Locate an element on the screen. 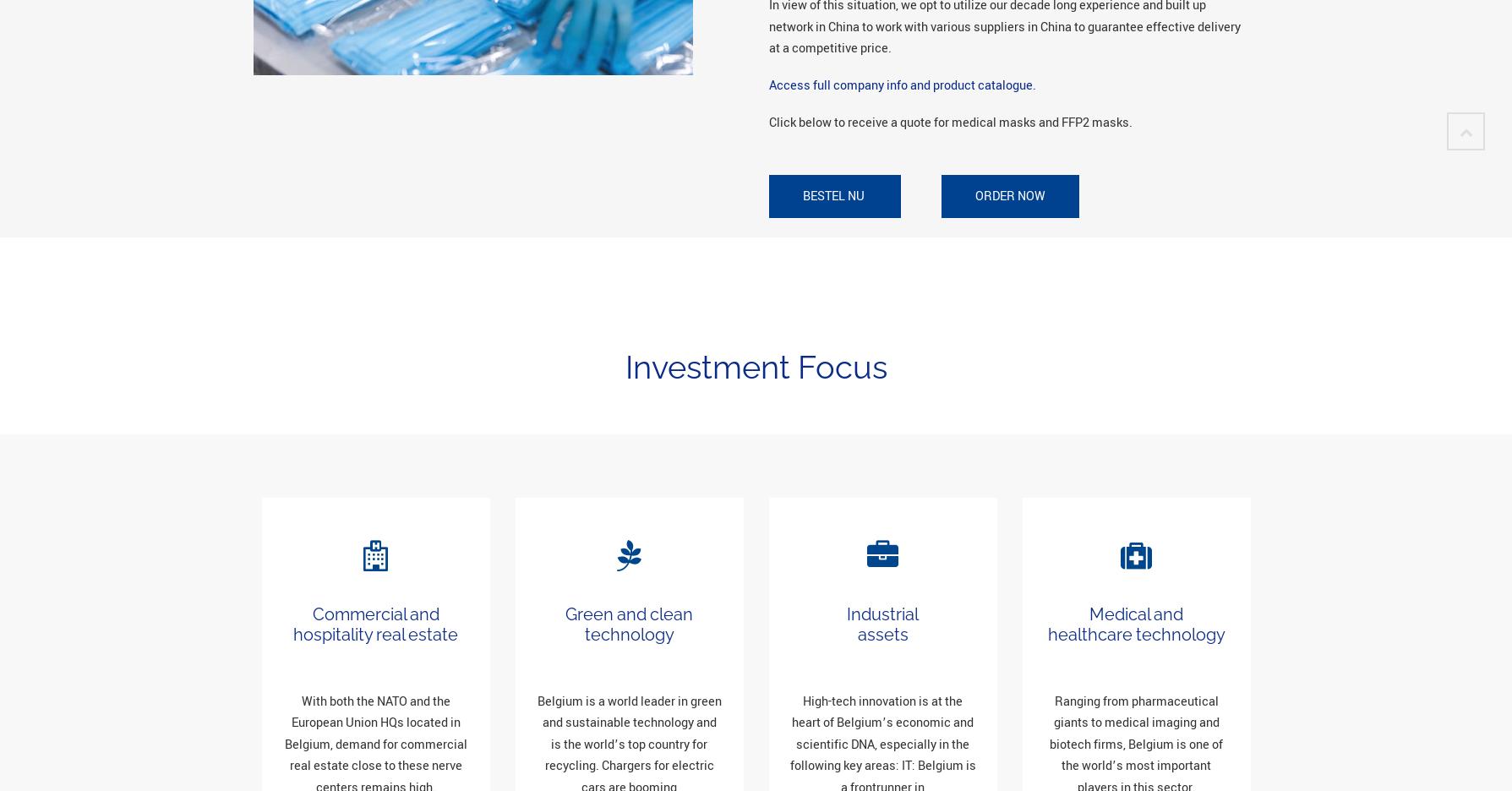 This screenshot has height=791, width=1512. 'assets' is located at coordinates (882, 634).